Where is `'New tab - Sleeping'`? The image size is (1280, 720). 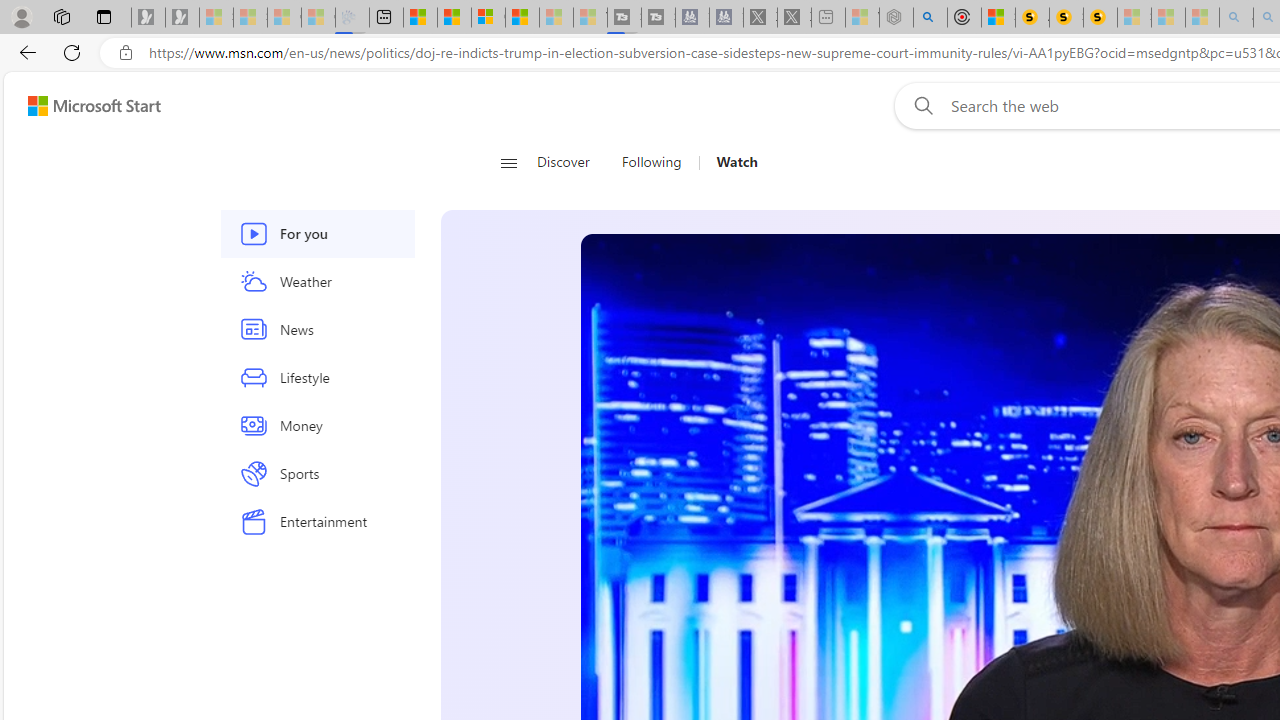
'New tab - Sleeping' is located at coordinates (828, 17).